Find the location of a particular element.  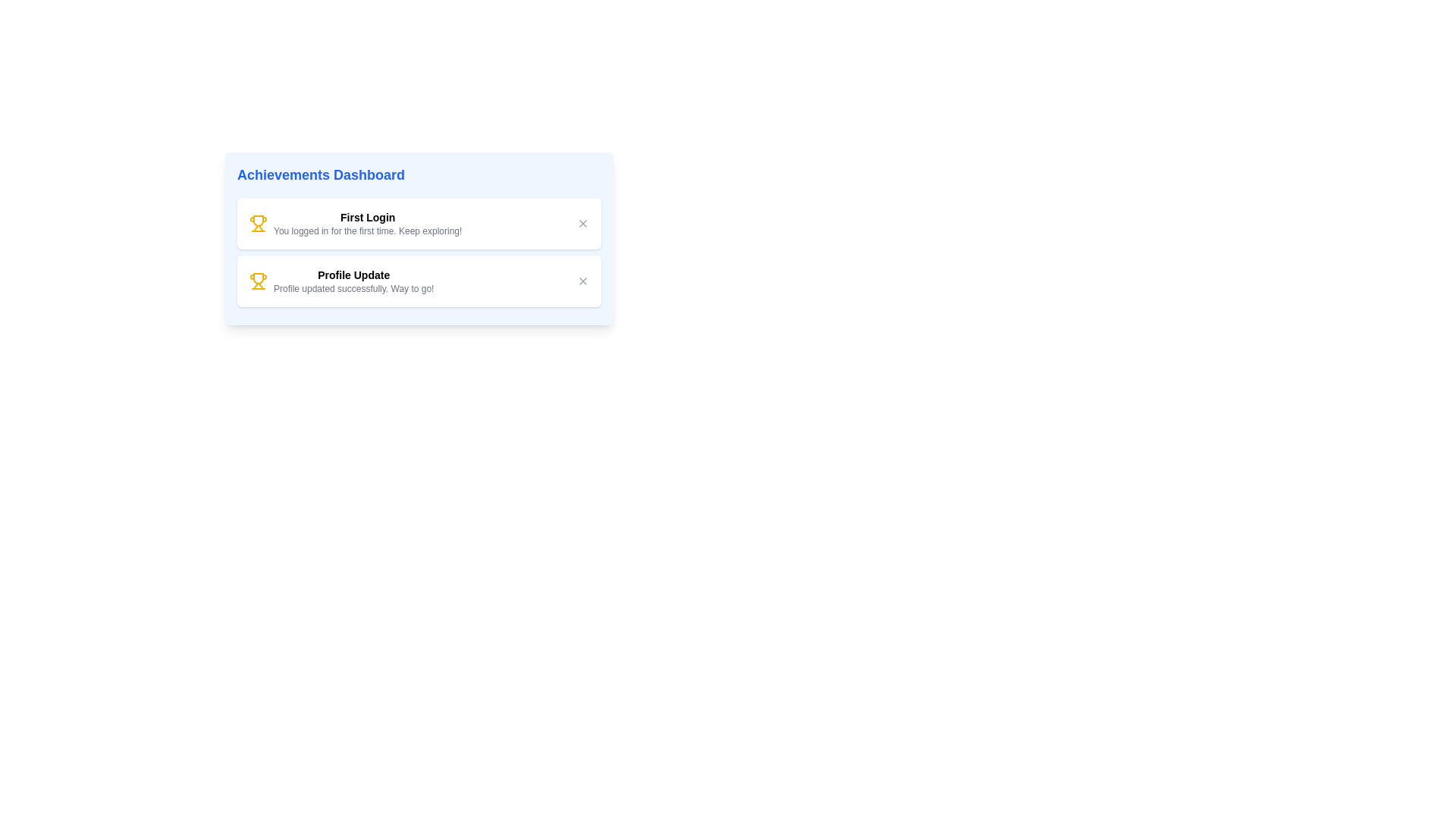

the close button (grey 'X' symbol) located at the top right corner of the 'Profile Update' notification is located at coordinates (582, 281).